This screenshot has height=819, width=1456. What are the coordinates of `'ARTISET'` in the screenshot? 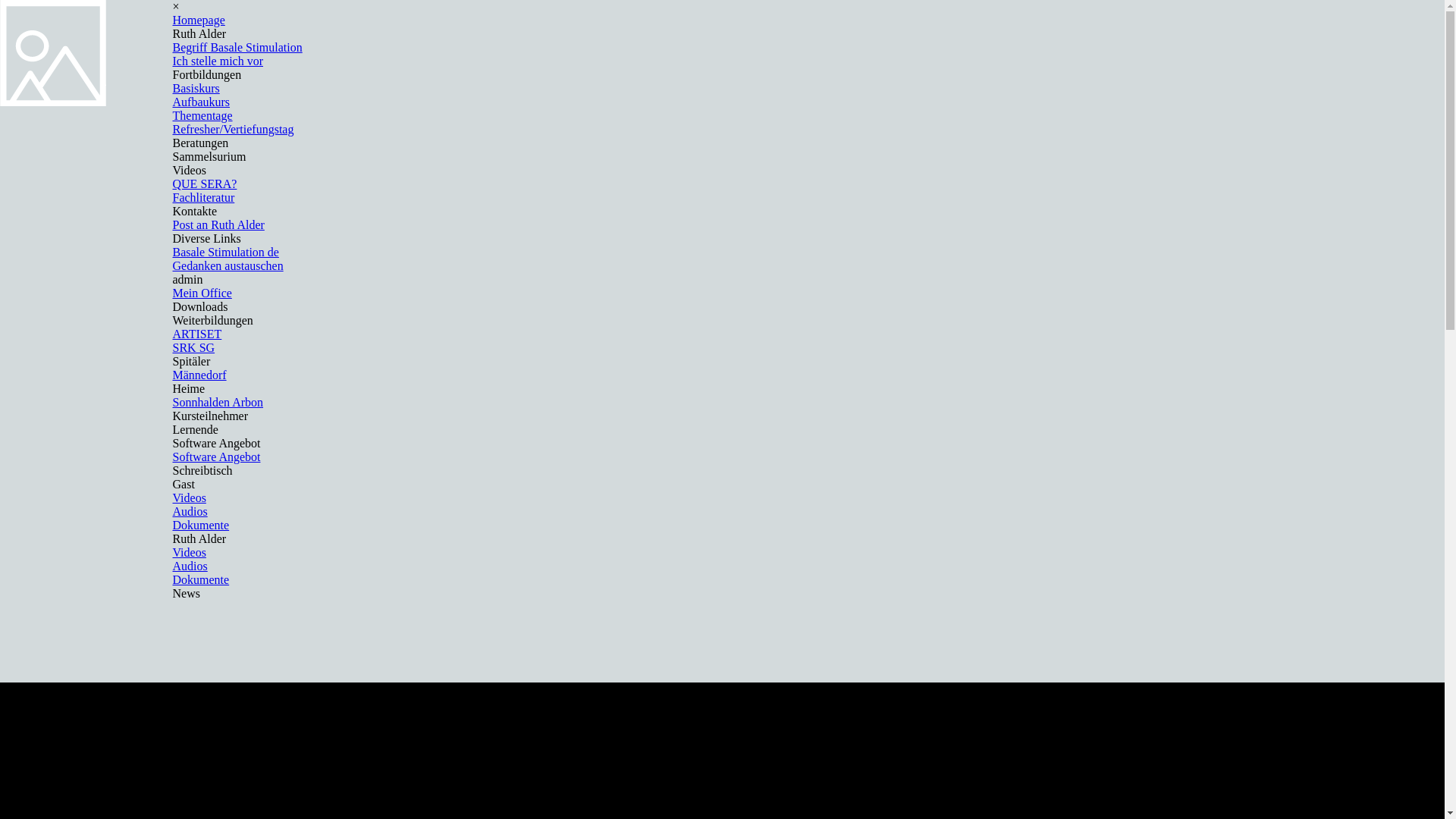 It's located at (196, 333).